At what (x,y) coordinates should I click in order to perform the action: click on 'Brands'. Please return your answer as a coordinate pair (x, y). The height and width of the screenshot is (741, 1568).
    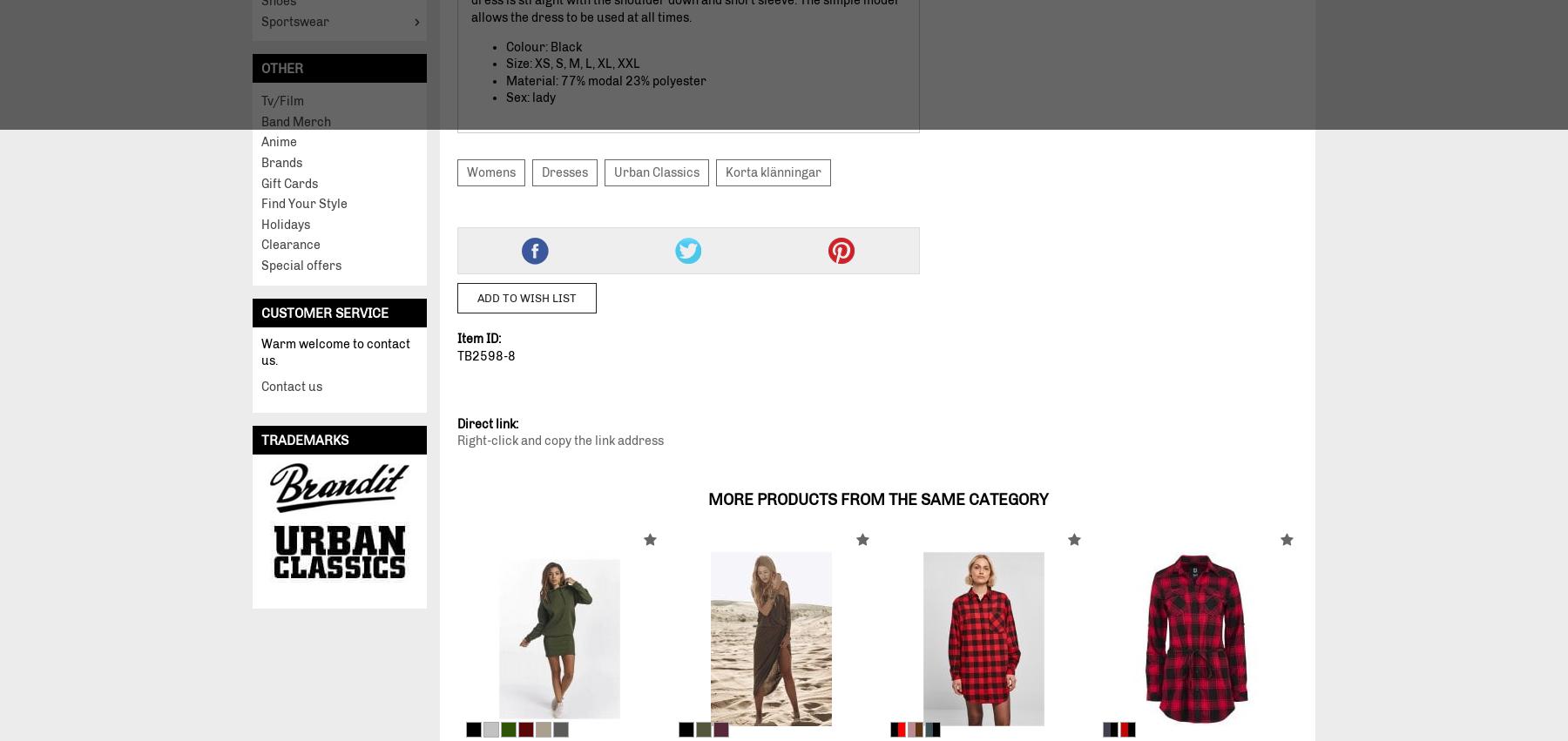
    Looking at the image, I should click on (280, 162).